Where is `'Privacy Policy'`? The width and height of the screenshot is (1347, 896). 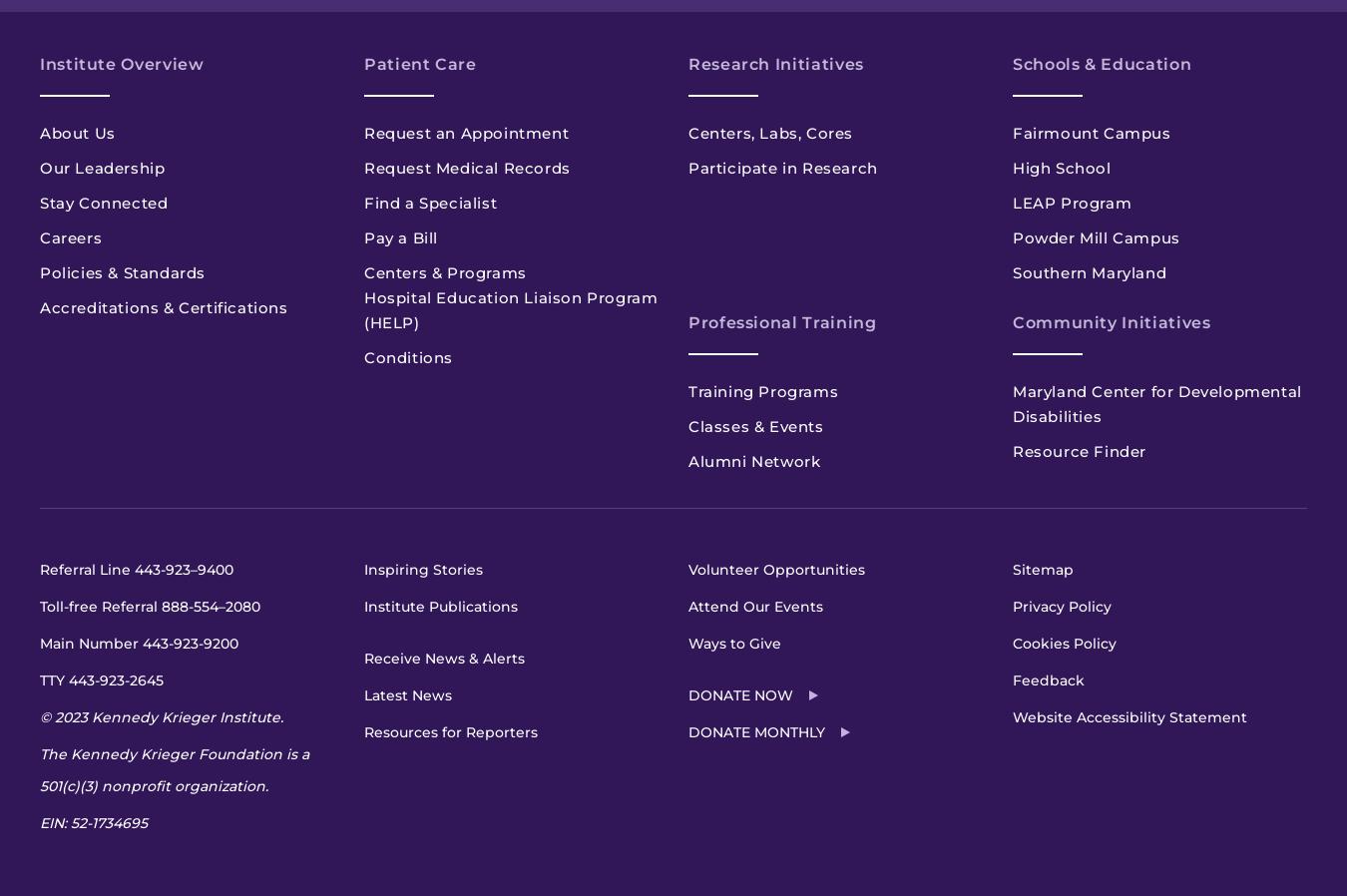
'Privacy Policy' is located at coordinates (1062, 606).